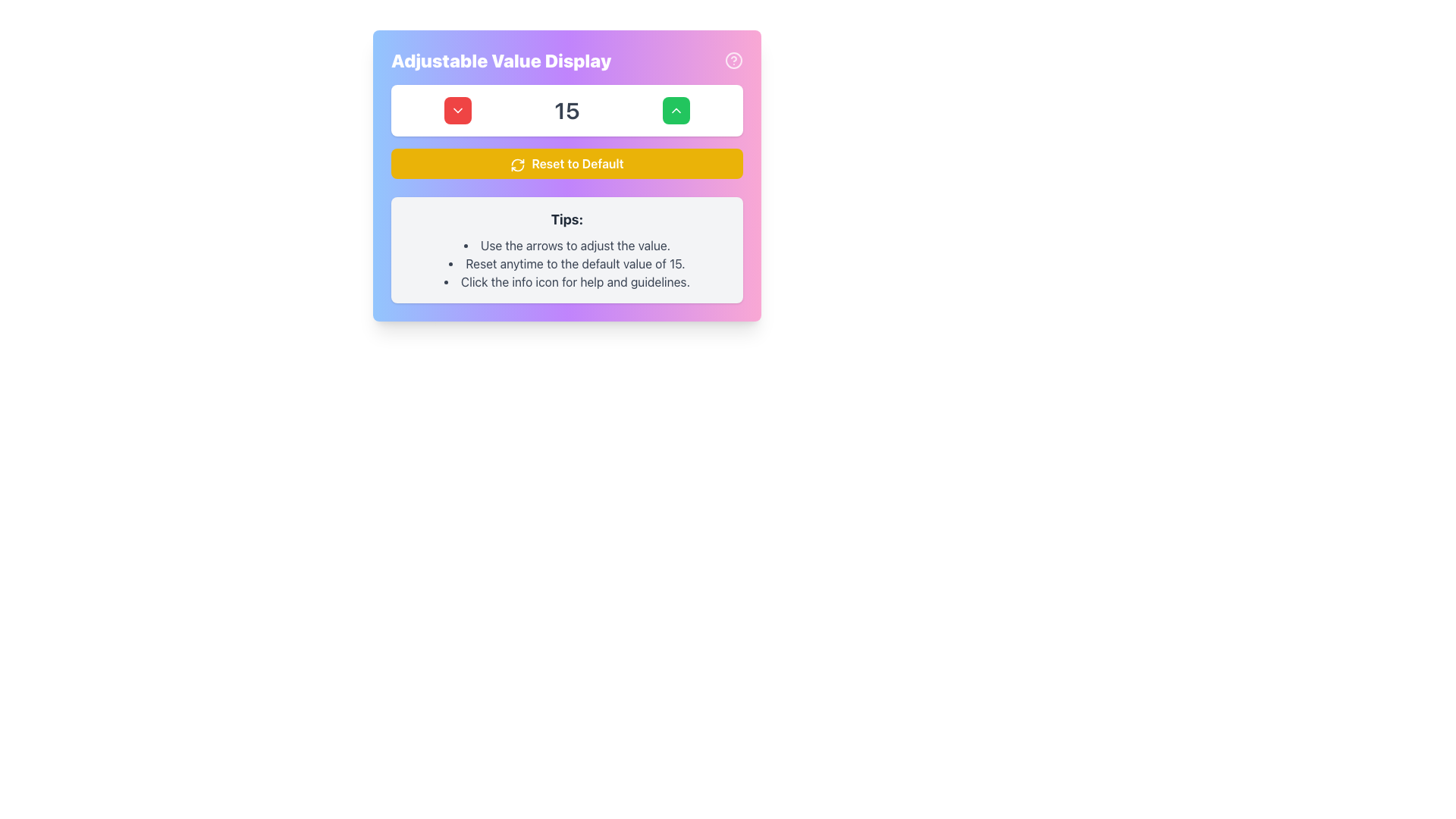  What do you see at coordinates (457, 110) in the screenshot?
I see `the leftmost red button with rounded corners and a white chevron icon to decrease the displayed value from '15'` at bounding box center [457, 110].